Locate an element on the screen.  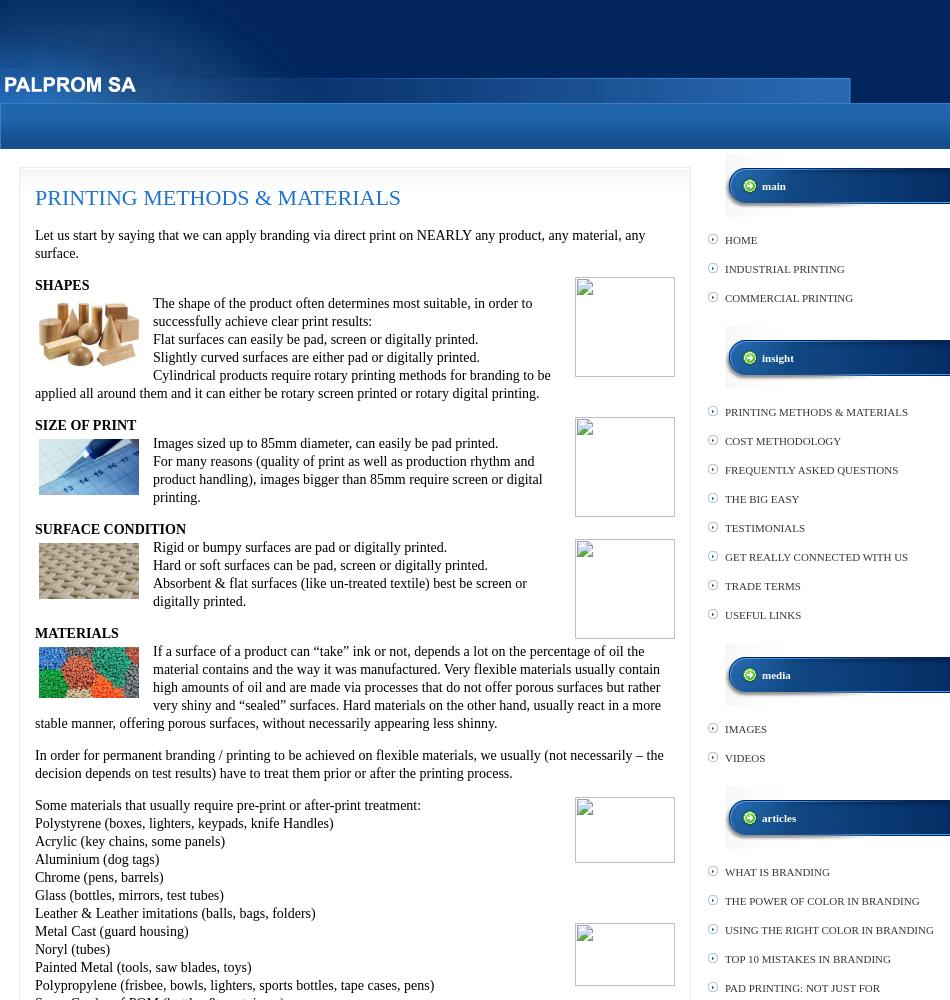
'INDUSTRIAL PRINTING' is located at coordinates (783, 269).